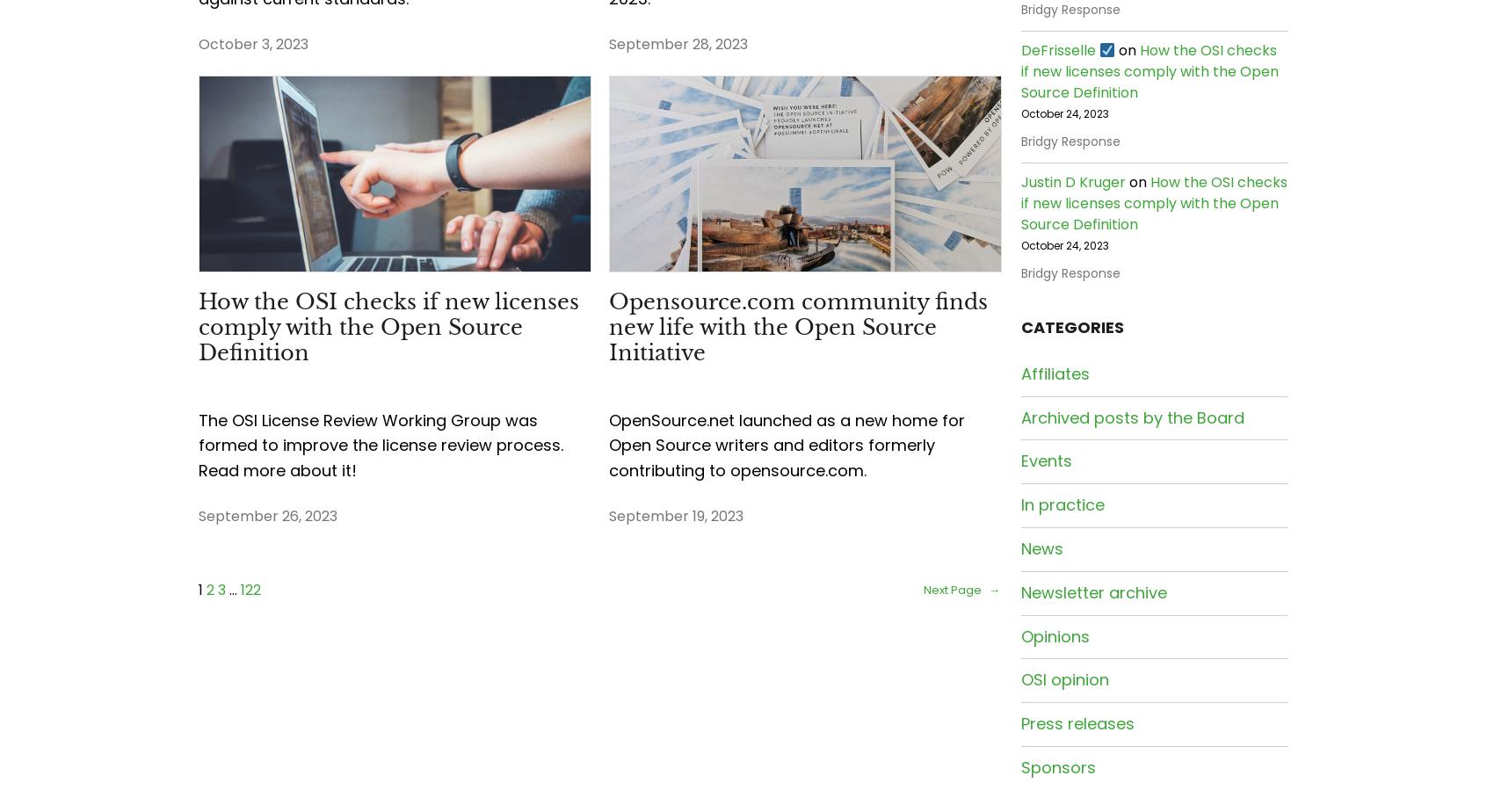 This screenshot has height=812, width=1487. I want to click on 'Newsletter archive', so click(1093, 591).